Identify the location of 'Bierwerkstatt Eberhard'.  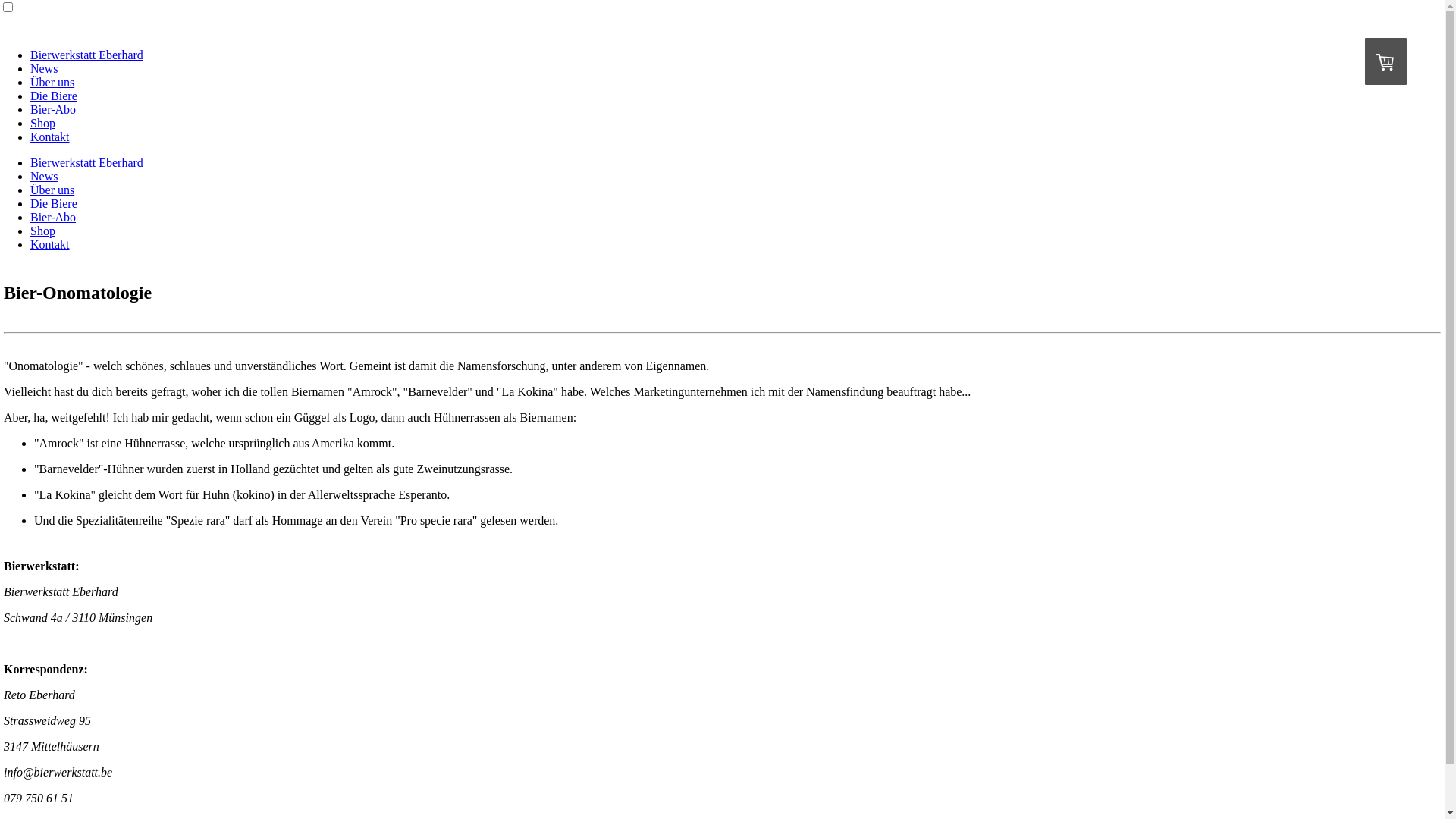
(86, 162).